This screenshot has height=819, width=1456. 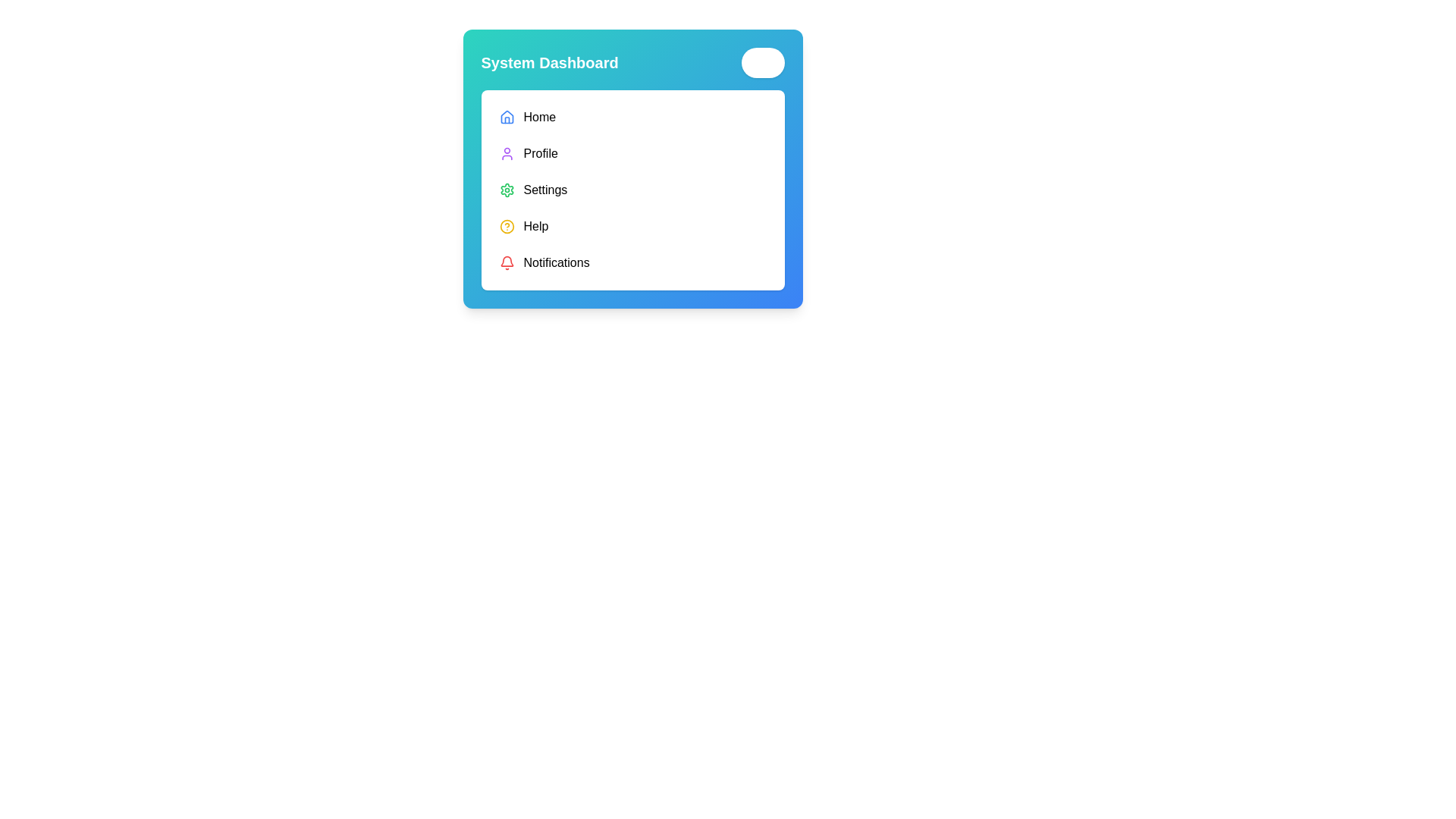 I want to click on the 'Settings' menu item in the vertical list, so click(x=632, y=189).